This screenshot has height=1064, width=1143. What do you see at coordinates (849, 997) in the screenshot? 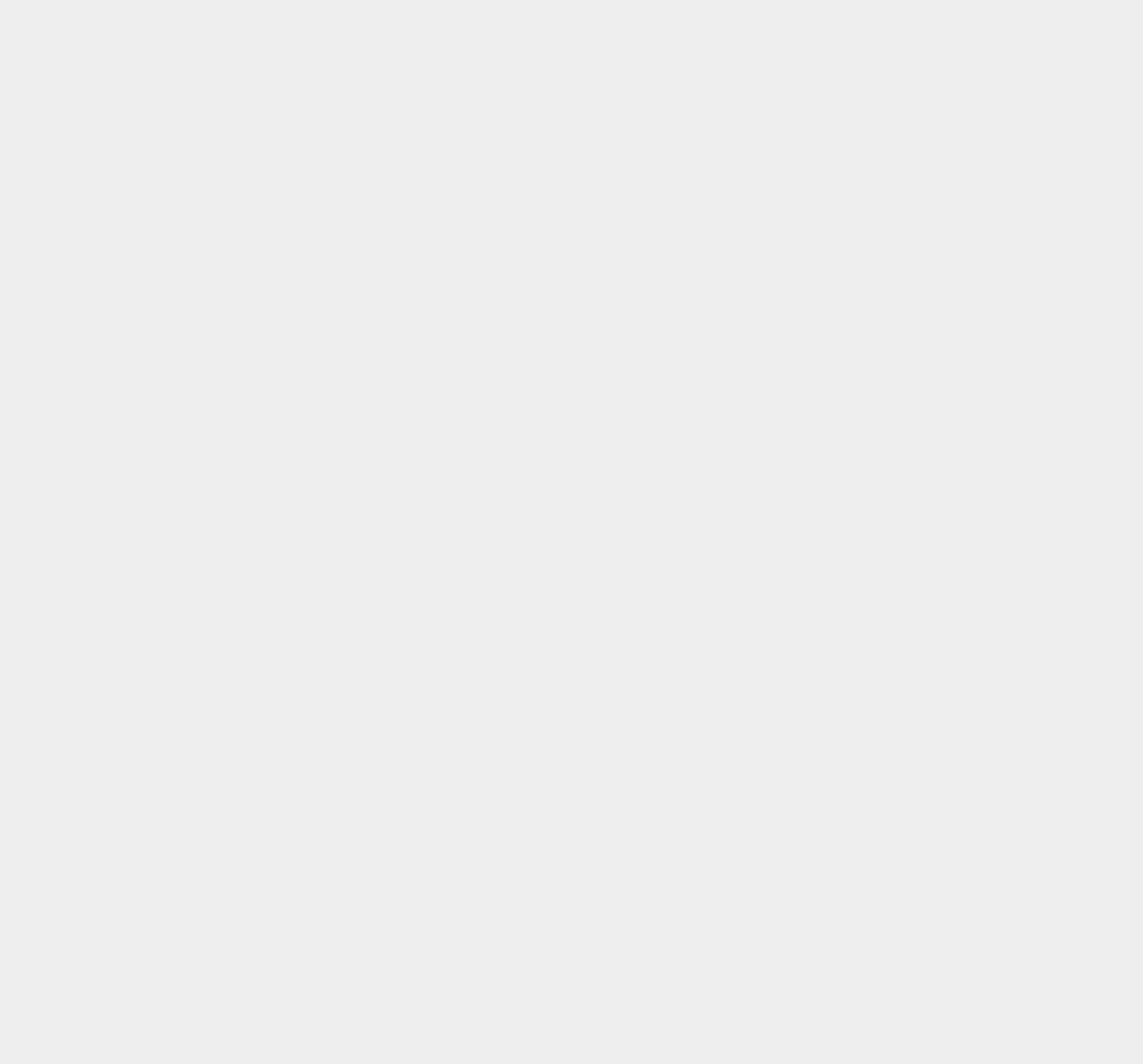
I see `'macOS 10.13'` at bounding box center [849, 997].